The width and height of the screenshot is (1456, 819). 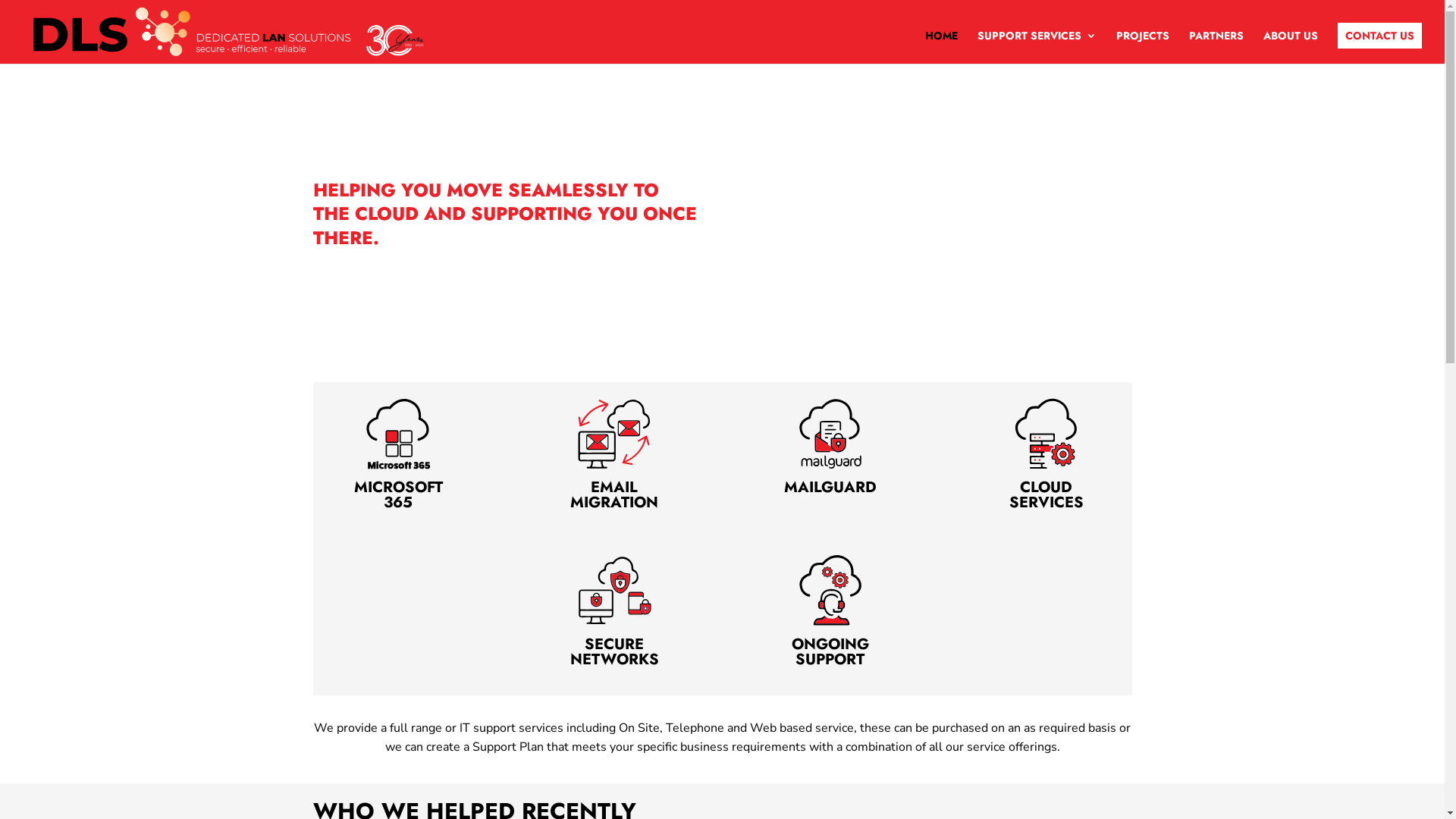 I want to click on 'HOME', so click(x=940, y=45).